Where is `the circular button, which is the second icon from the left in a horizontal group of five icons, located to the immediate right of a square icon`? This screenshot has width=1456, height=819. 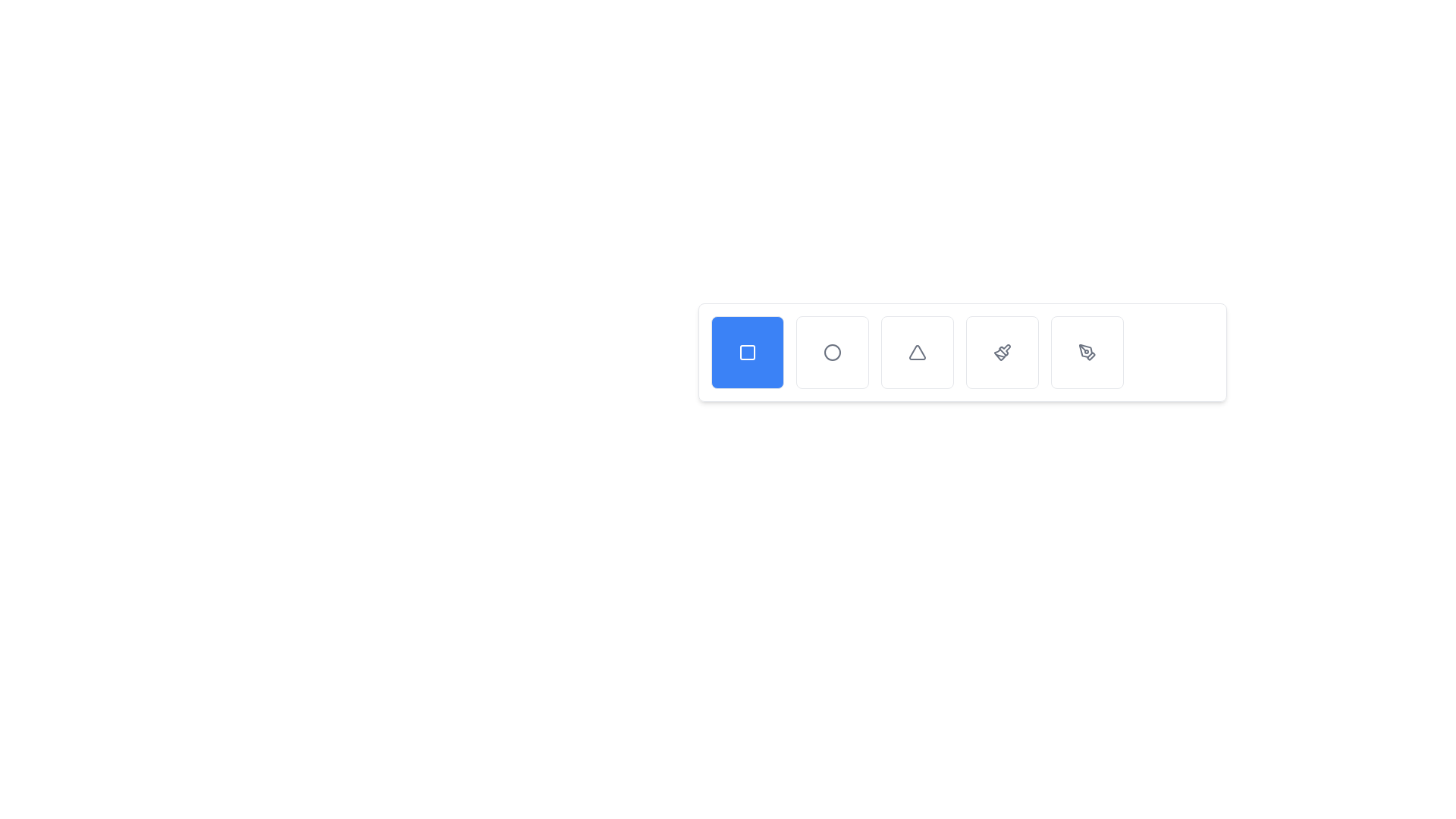 the circular button, which is the second icon from the left in a horizontal group of five icons, located to the immediate right of a square icon is located at coordinates (832, 353).